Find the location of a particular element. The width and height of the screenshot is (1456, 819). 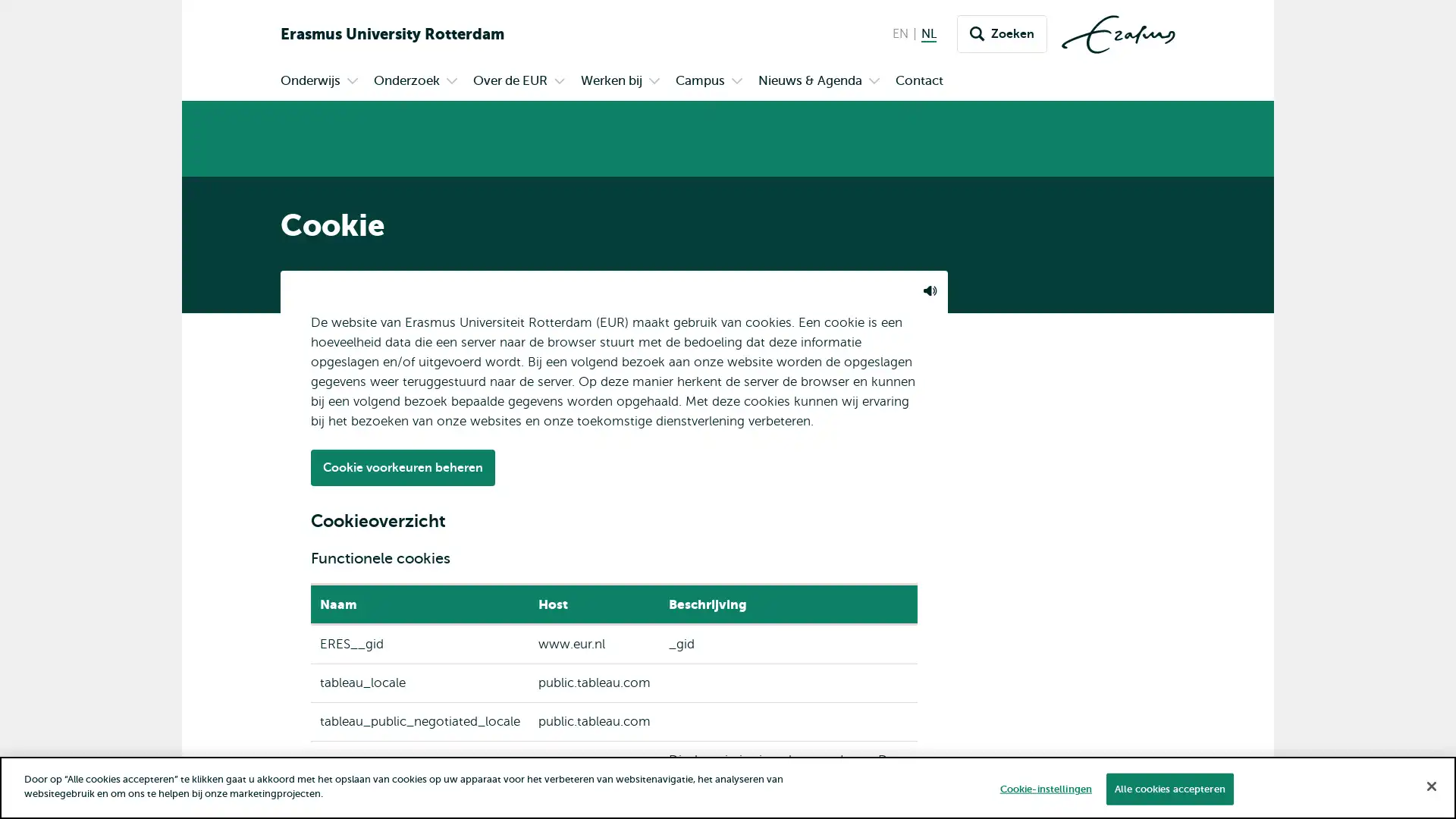

Open submenu is located at coordinates (559, 82).